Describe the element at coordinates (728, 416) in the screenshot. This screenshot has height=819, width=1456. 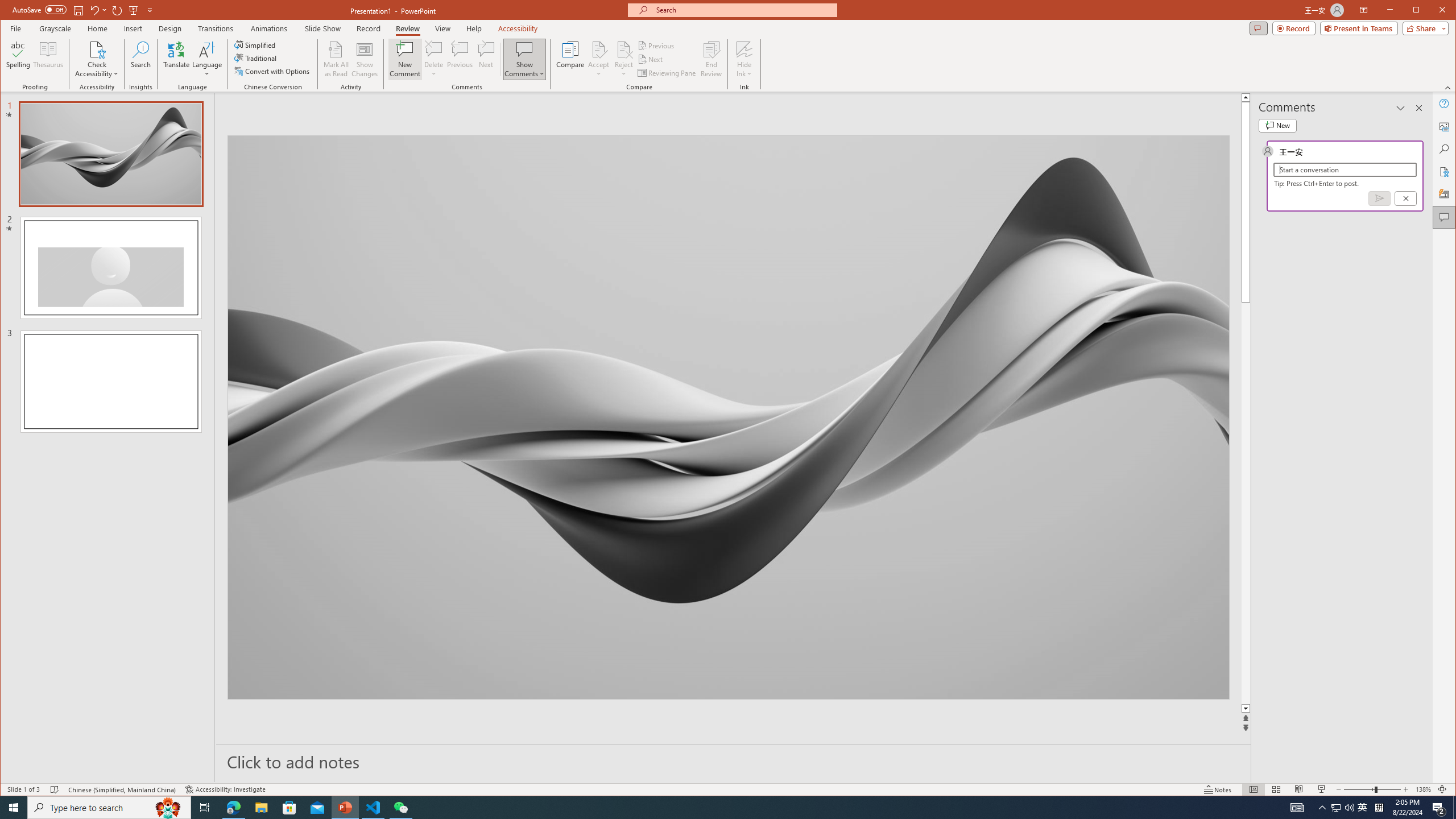
I see `'Wavy 3D art'` at that location.